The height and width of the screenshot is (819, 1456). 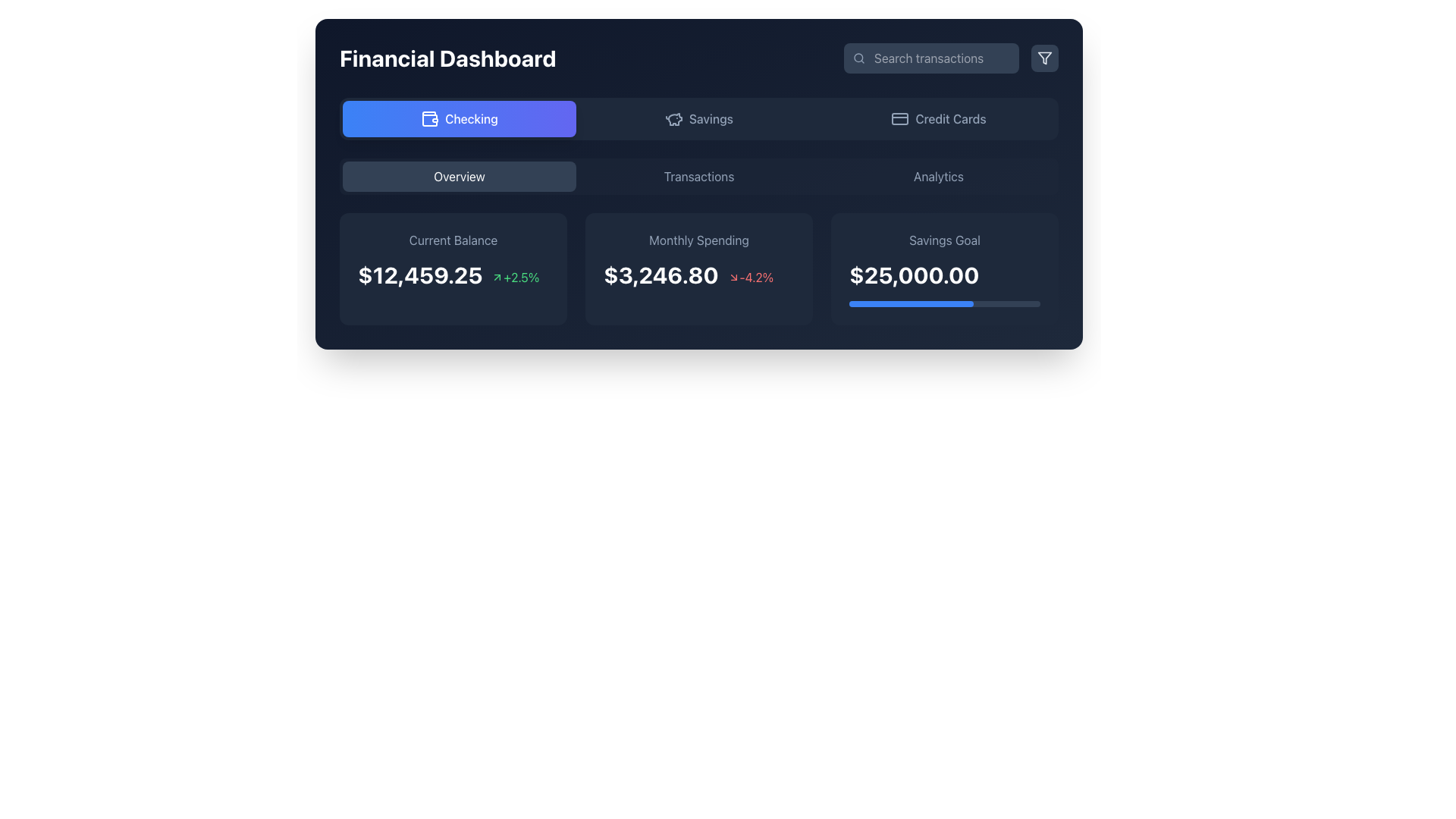 I want to click on the composite component consisting of three informational panels displaying financial information, located beneath the navigation tabs in the central lower portion of the interface, so click(x=698, y=241).